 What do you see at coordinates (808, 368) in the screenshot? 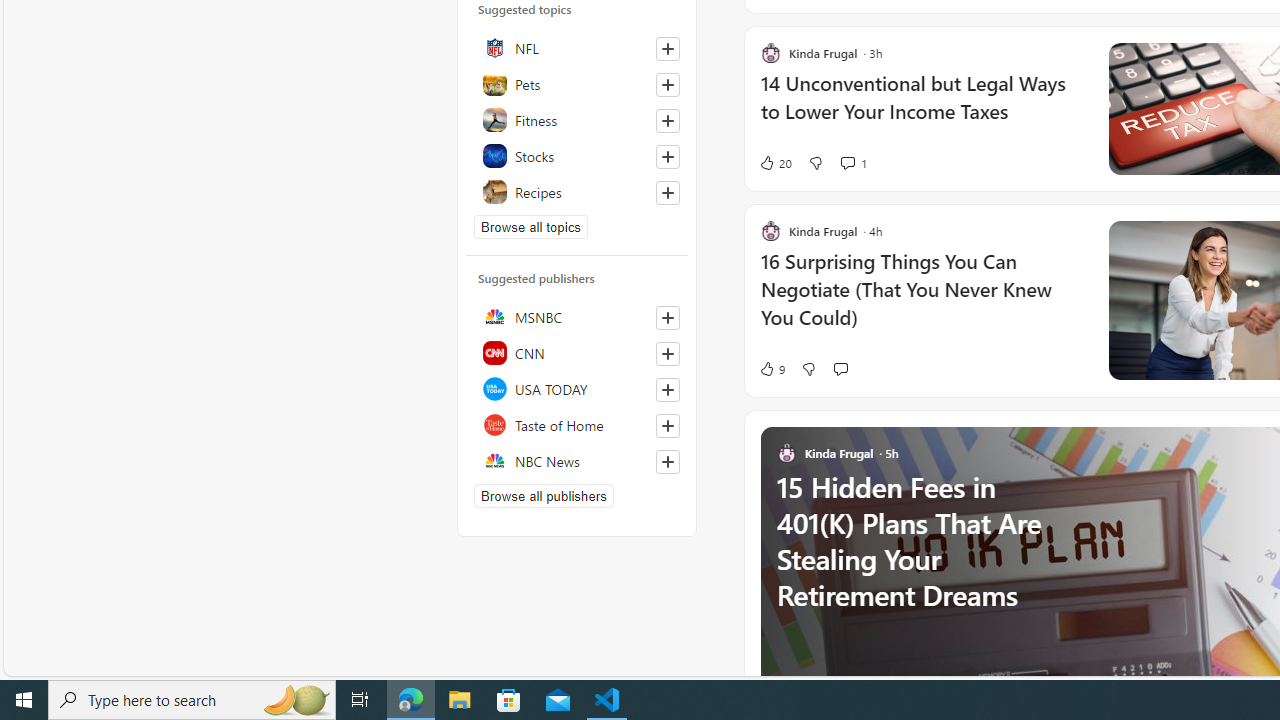
I see `'Dislike'` at bounding box center [808, 368].